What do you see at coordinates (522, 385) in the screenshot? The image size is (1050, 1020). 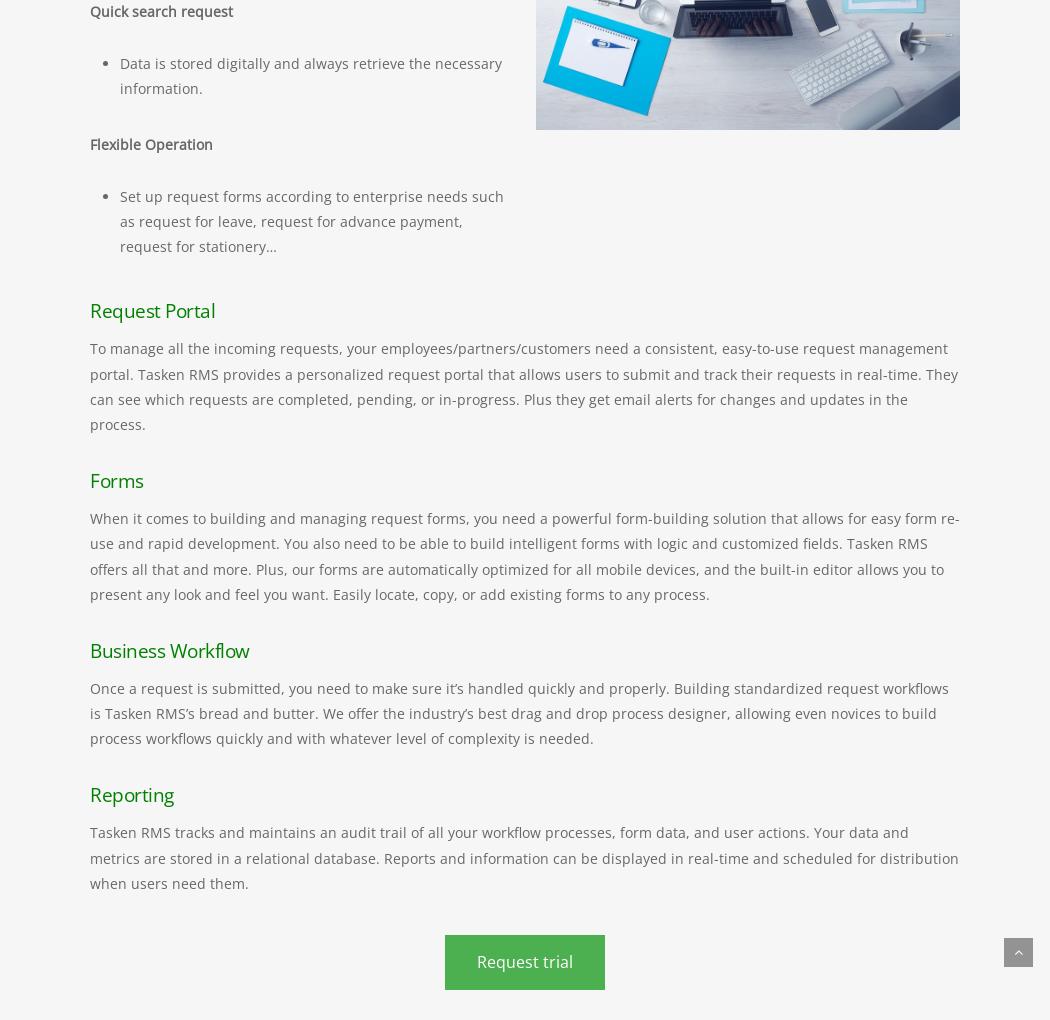 I see `'To manage all the incoming requests, your employees/partners/customers need a consistent, easy-to-use request management portal. Tasken RMS provides a personalized request portal that allows users to submit and track their requests in real-time. They can see which requests are completed, pending, or in-progress. Plus they get email alerts for changes and updates in the process.'` at bounding box center [522, 385].